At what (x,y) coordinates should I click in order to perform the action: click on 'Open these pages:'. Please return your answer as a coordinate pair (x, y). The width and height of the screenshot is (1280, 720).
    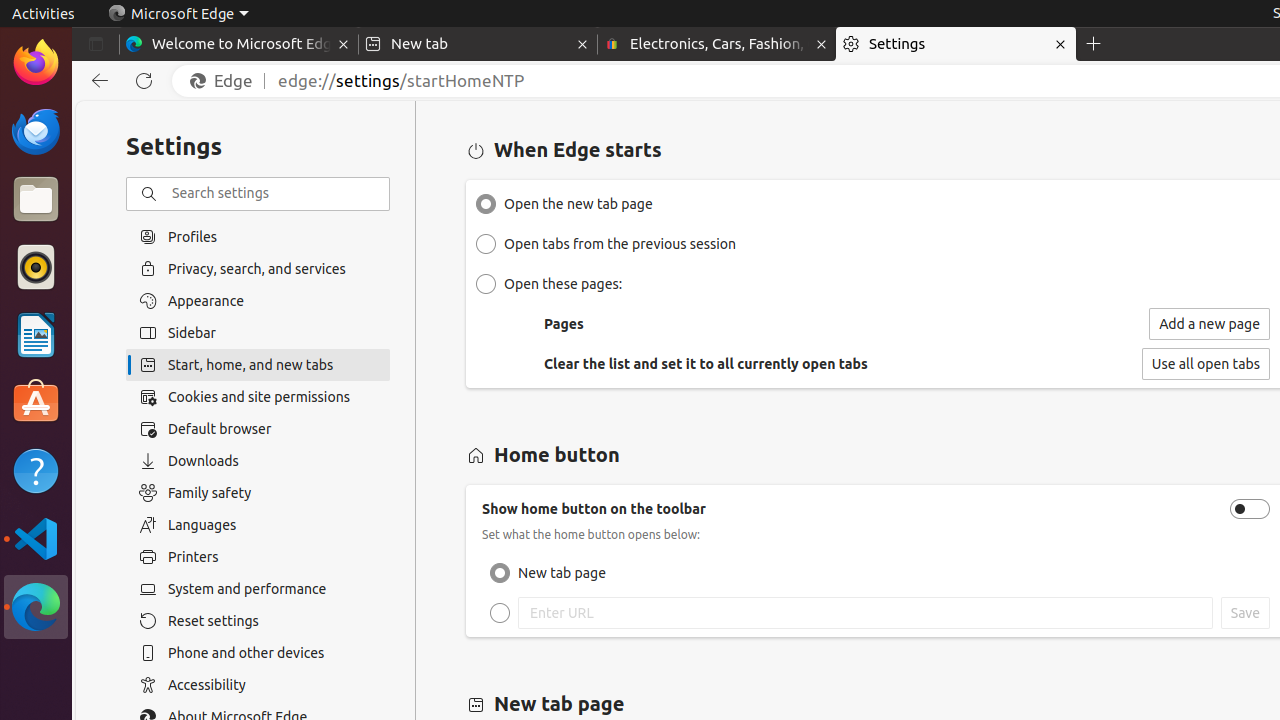
    Looking at the image, I should click on (486, 283).